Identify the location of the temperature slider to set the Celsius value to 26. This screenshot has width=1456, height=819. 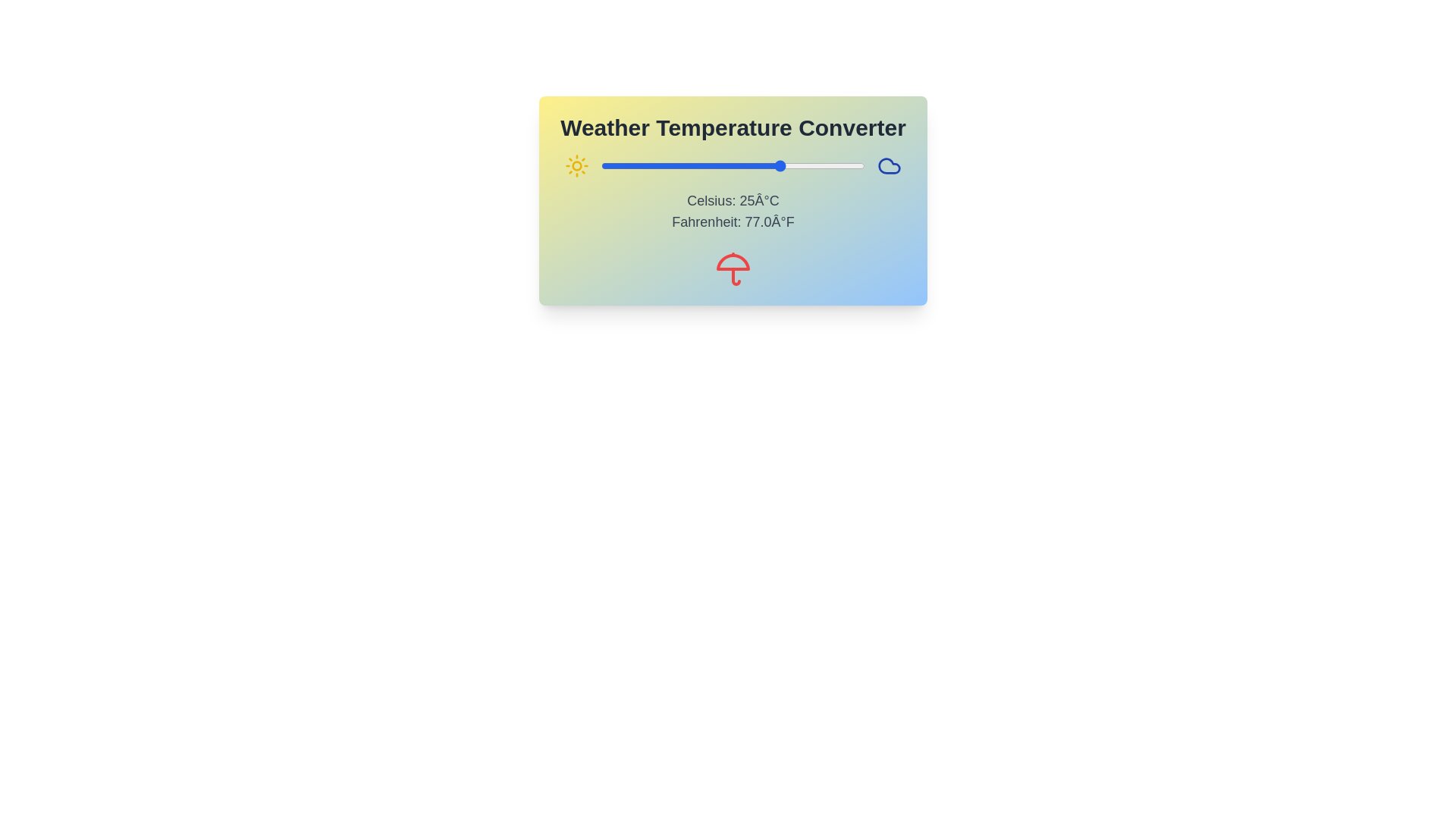
(786, 166).